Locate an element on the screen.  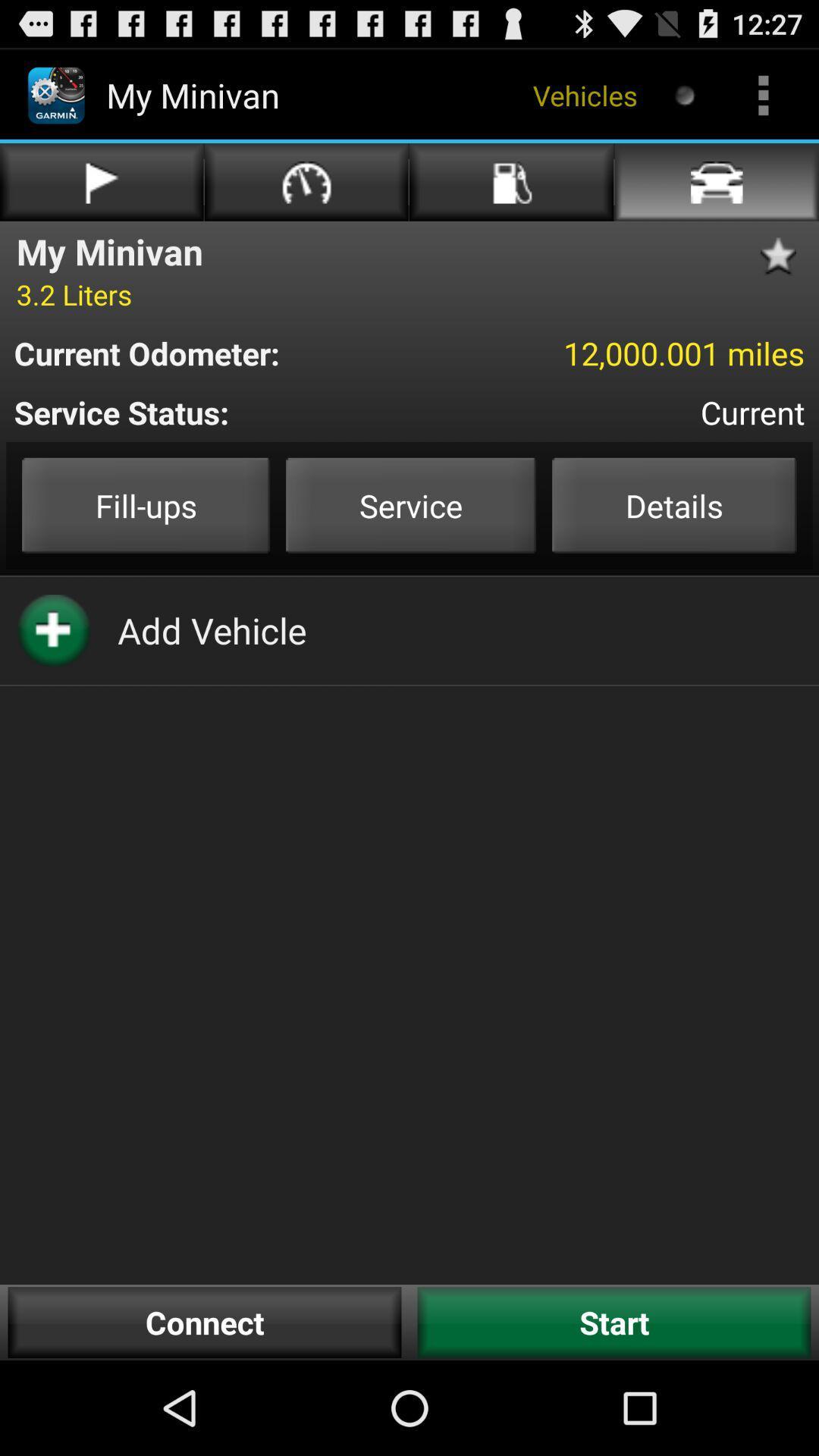
the details item is located at coordinates (673, 505).